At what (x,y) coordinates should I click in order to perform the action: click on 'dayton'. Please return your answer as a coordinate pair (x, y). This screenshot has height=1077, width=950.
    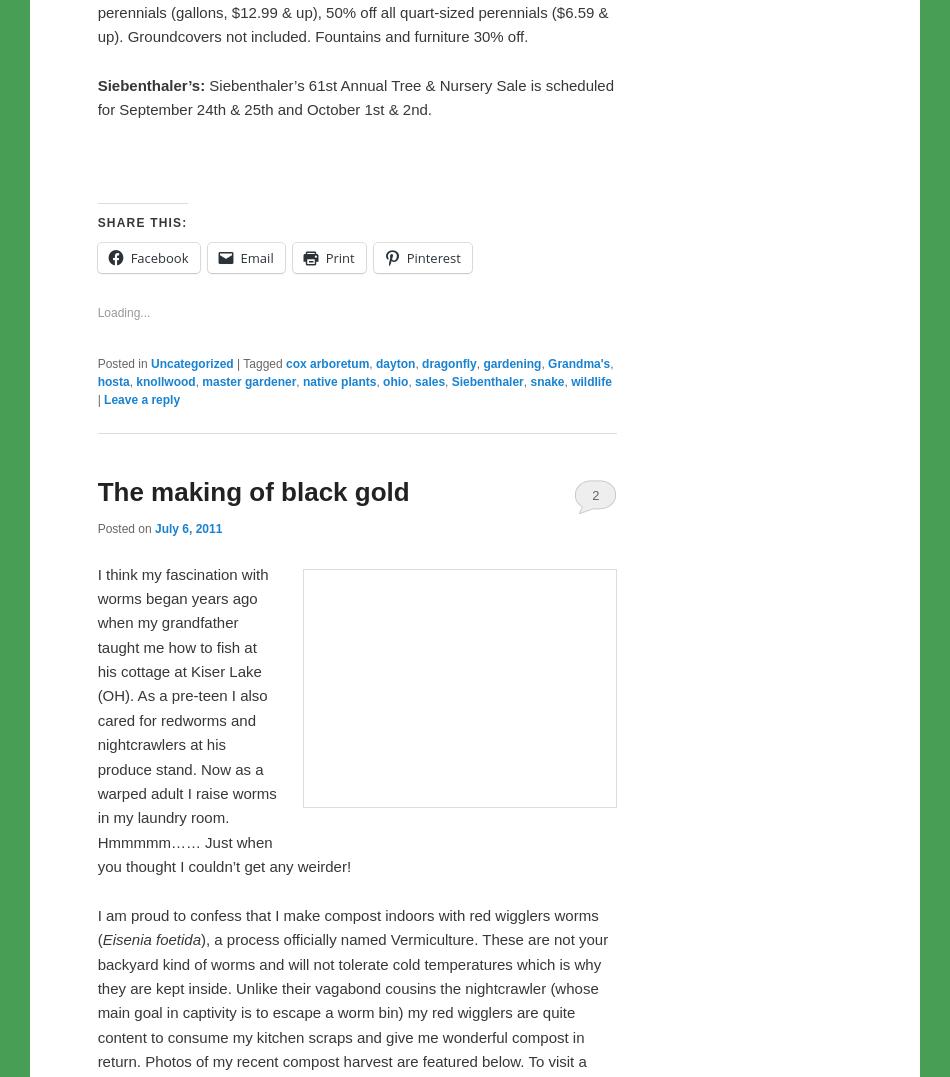
    Looking at the image, I should click on (394, 781).